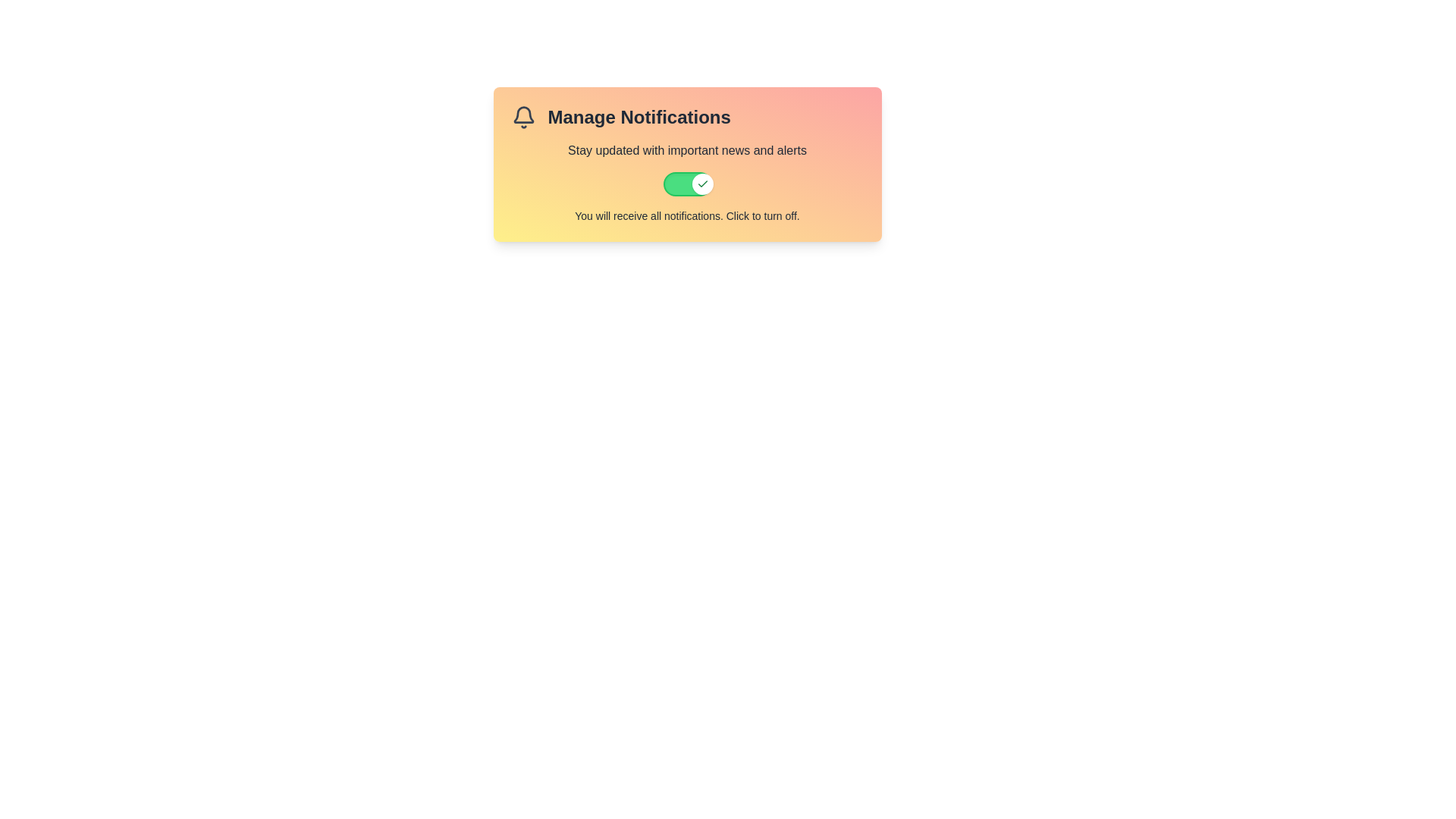 This screenshot has width=1456, height=819. What do you see at coordinates (686, 151) in the screenshot?
I see `the text element displaying 'Stay updated with important news and alerts', which is located below the heading 'Manage Notifications' in the notification card` at bounding box center [686, 151].